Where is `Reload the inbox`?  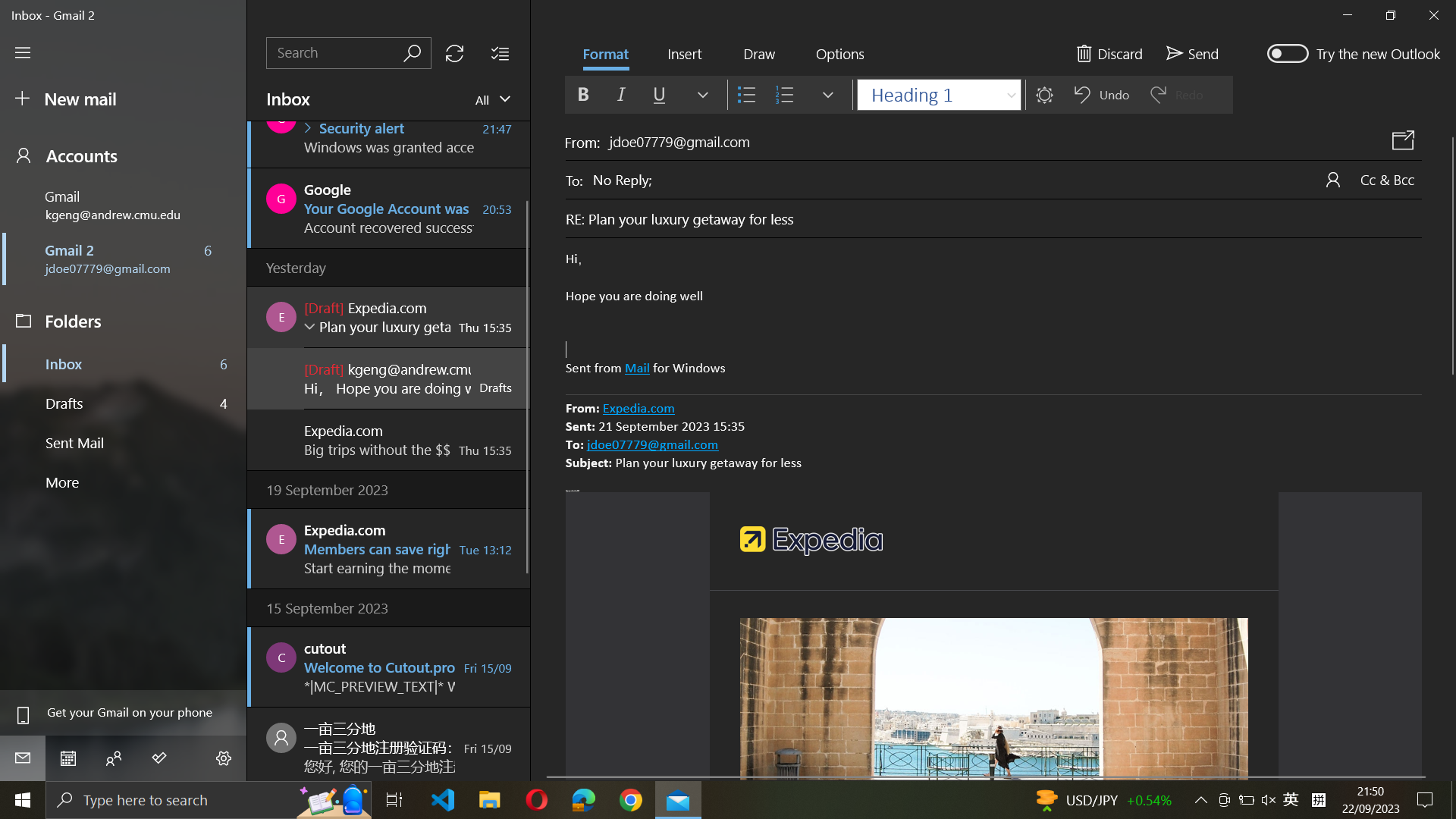
Reload the inbox is located at coordinates (453, 52).